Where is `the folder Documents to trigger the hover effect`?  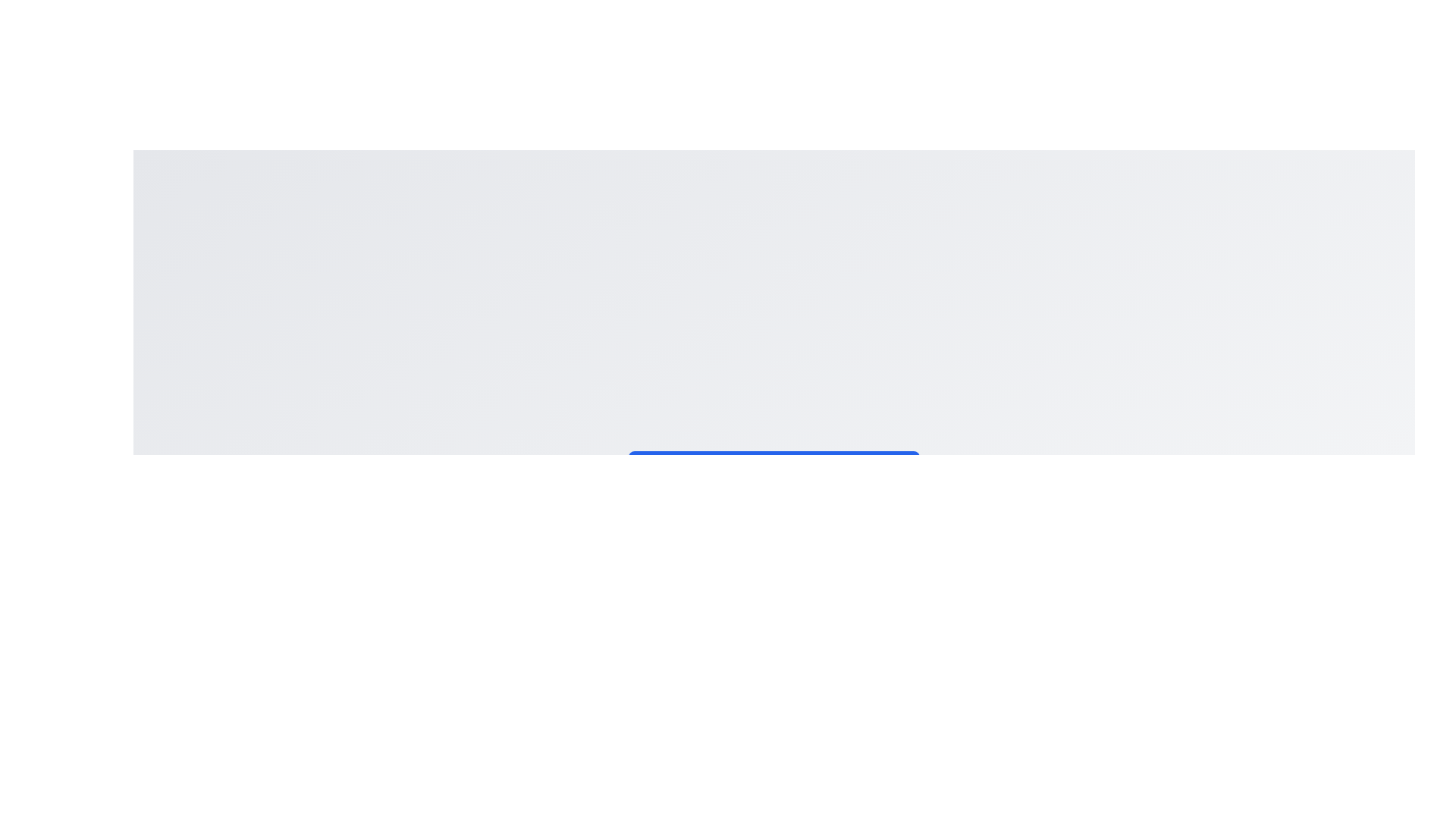 the folder Documents to trigger the hover effect is located at coordinates (774, 516).